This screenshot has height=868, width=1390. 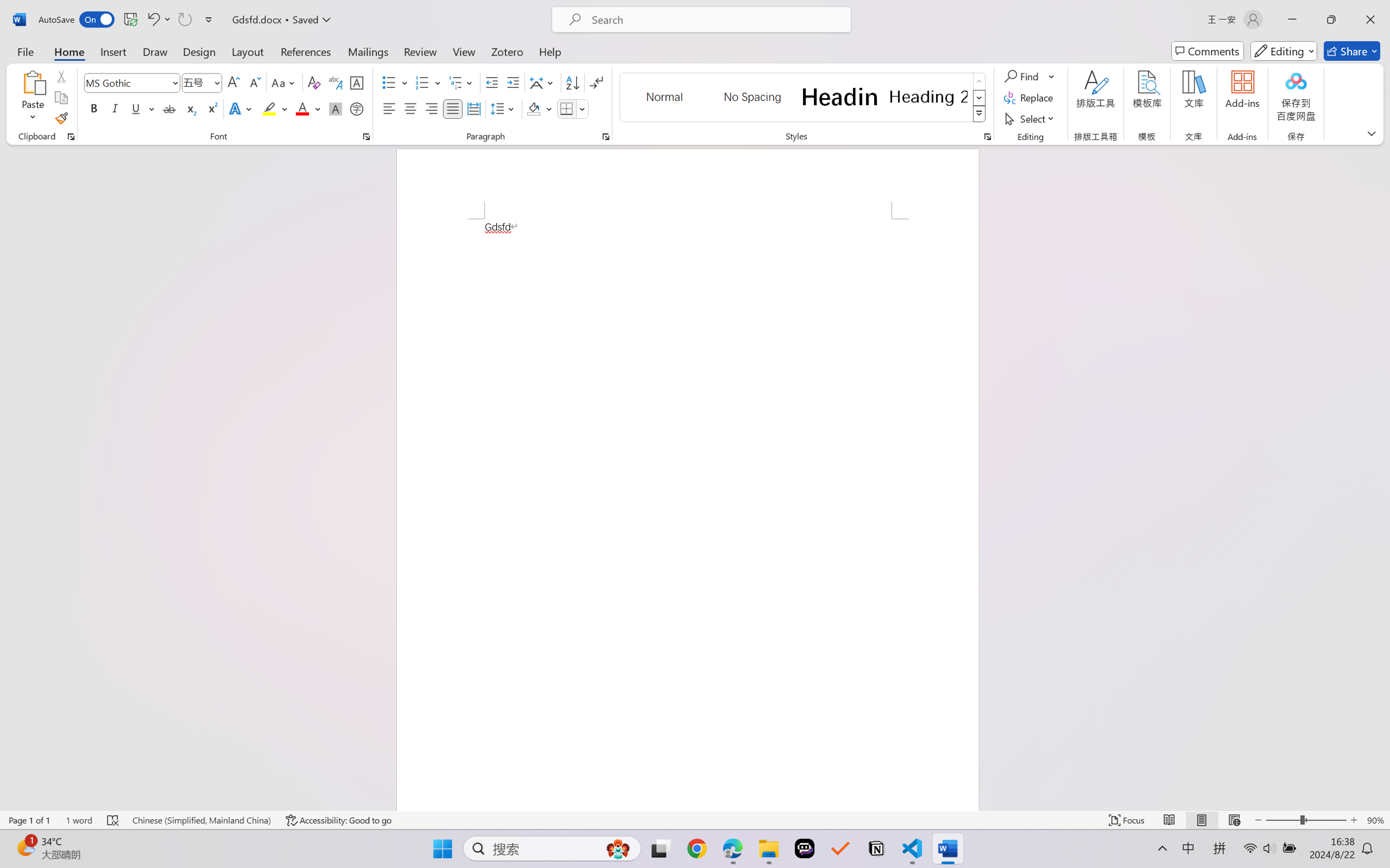 What do you see at coordinates (201, 820) in the screenshot?
I see `'Language Chinese (Simplified, Mainland China)'` at bounding box center [201, 820].